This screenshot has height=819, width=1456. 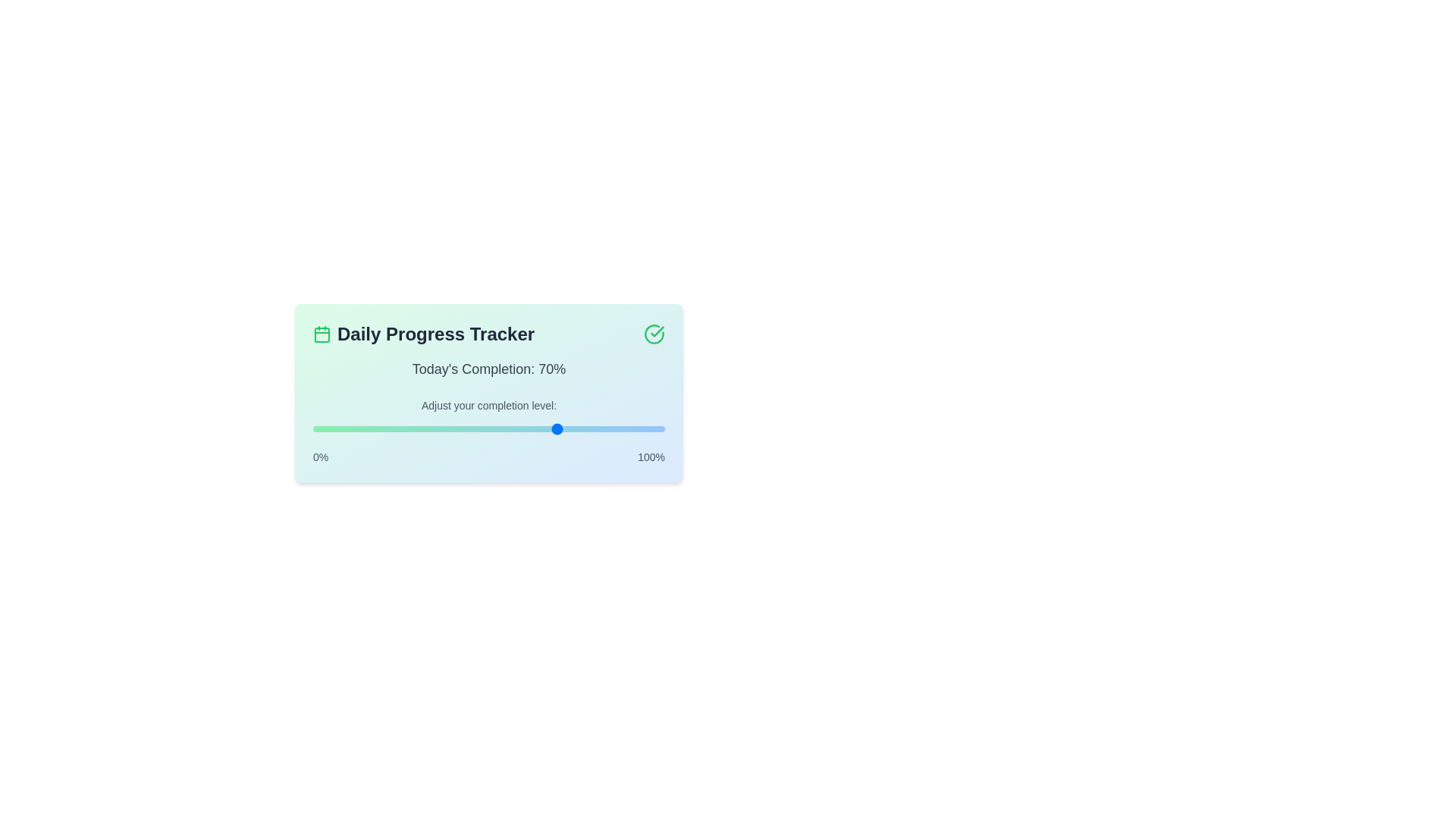 I want to click on the progress level to 49%, so click(x=485, y=429).